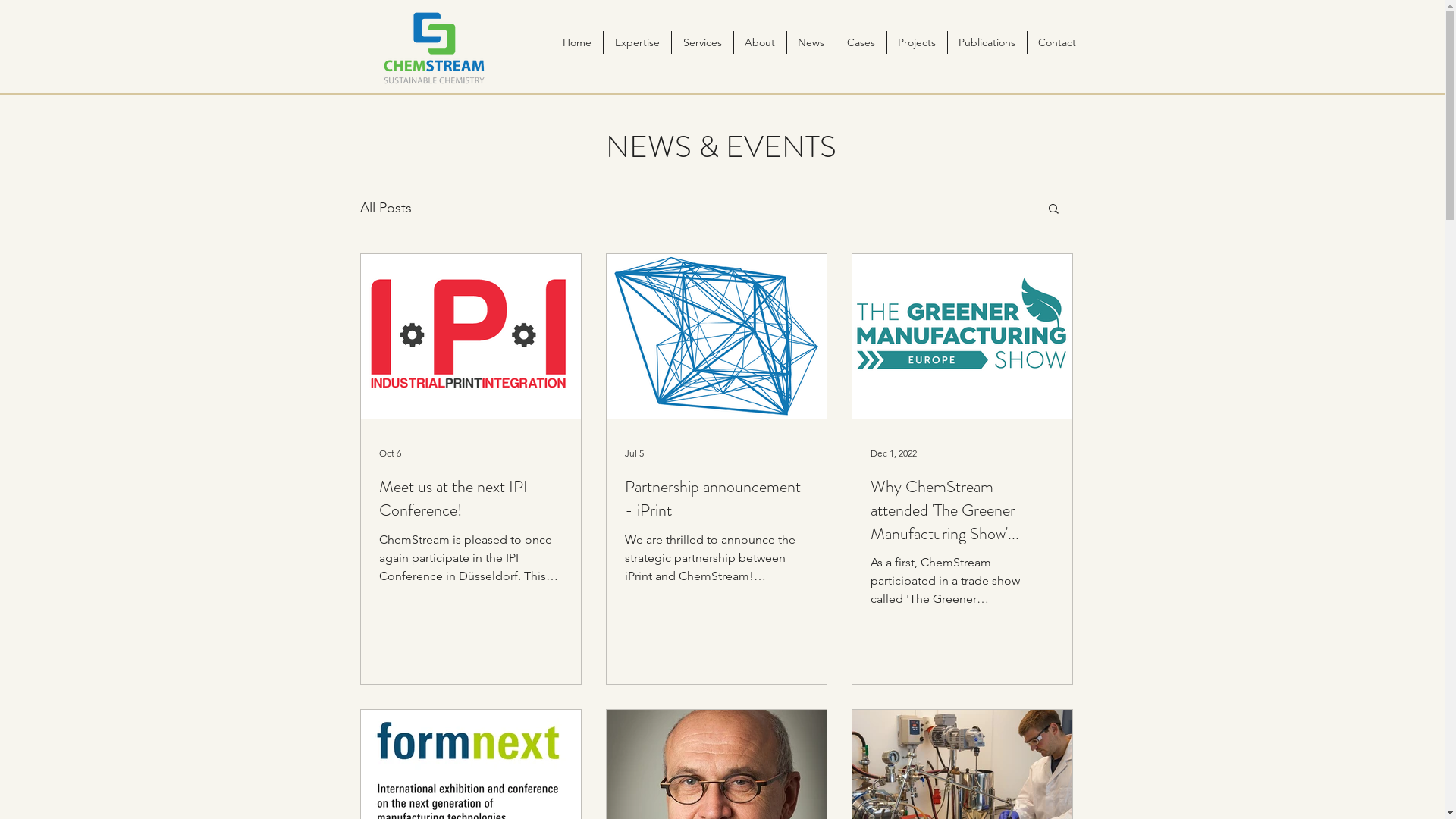 The height and width of the screenshot is (819, 1456). Describe the element at coordinates (759, 42) in the screenshot. I see `'About'` at that location.